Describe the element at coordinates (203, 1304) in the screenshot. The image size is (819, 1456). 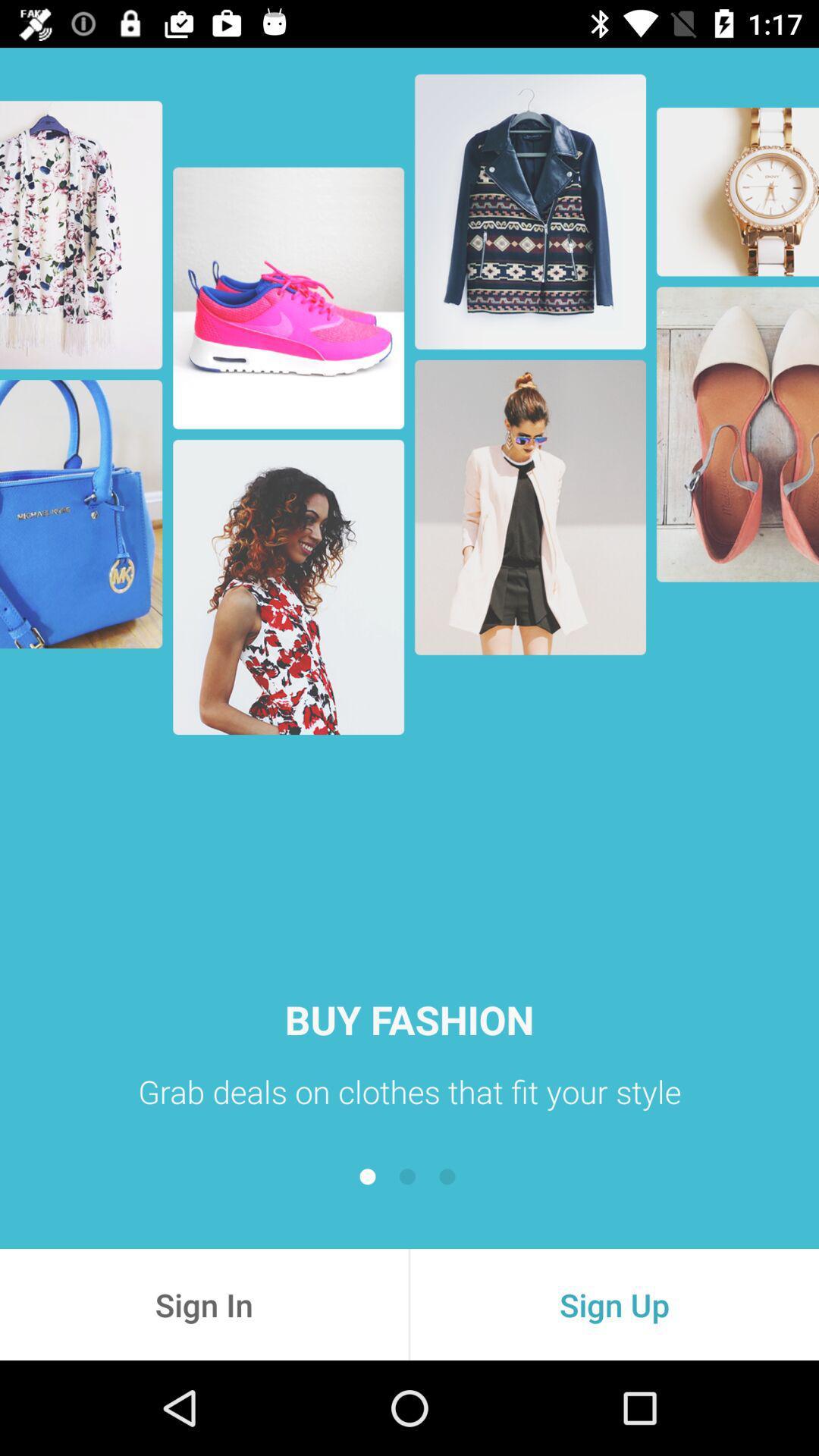
I see `the item to the left of the sign up item` at that location.